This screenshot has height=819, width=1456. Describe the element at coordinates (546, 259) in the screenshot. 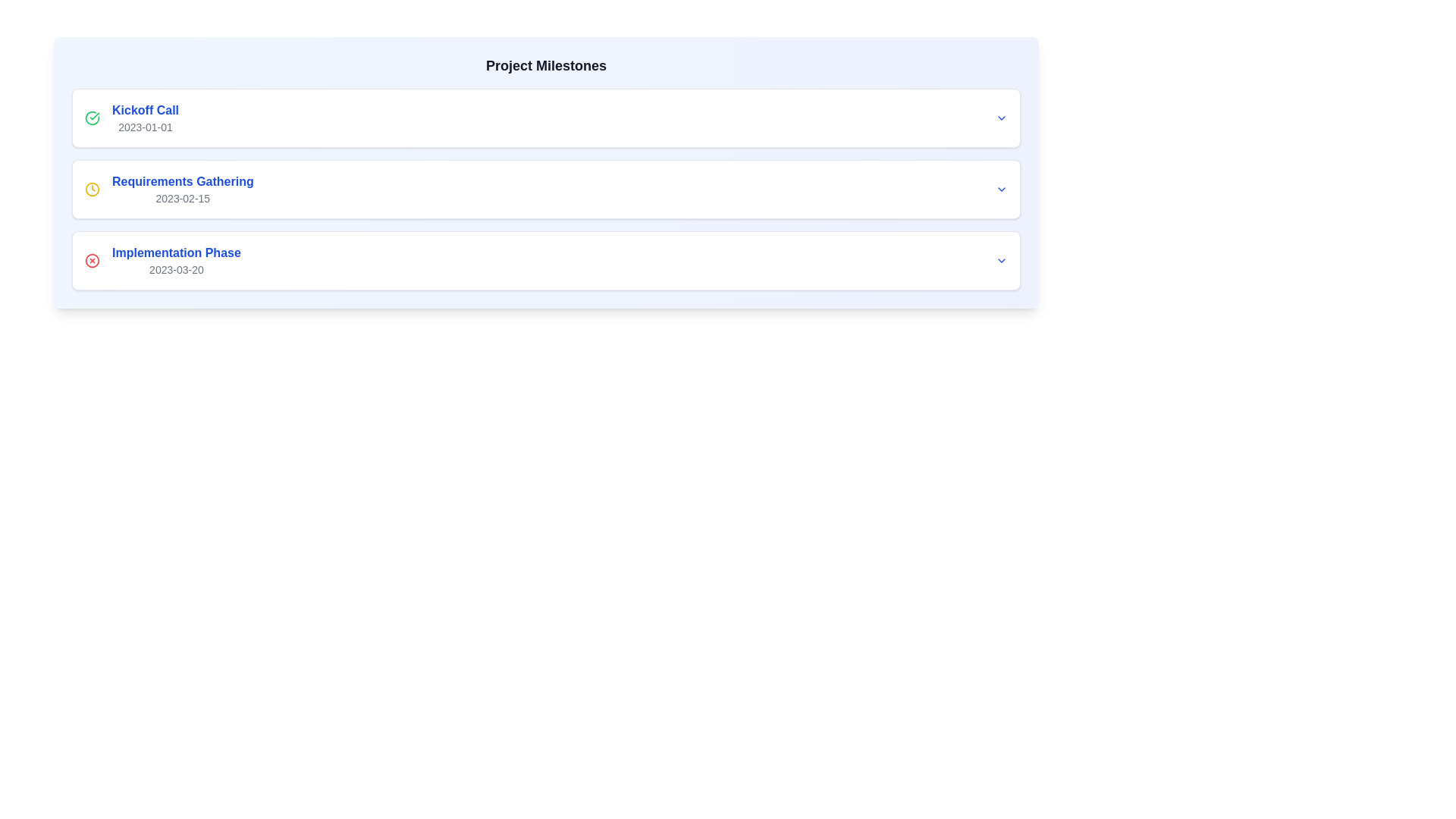

I see `the 'Implementation Phase' milestone in the project milestones list` at that location.